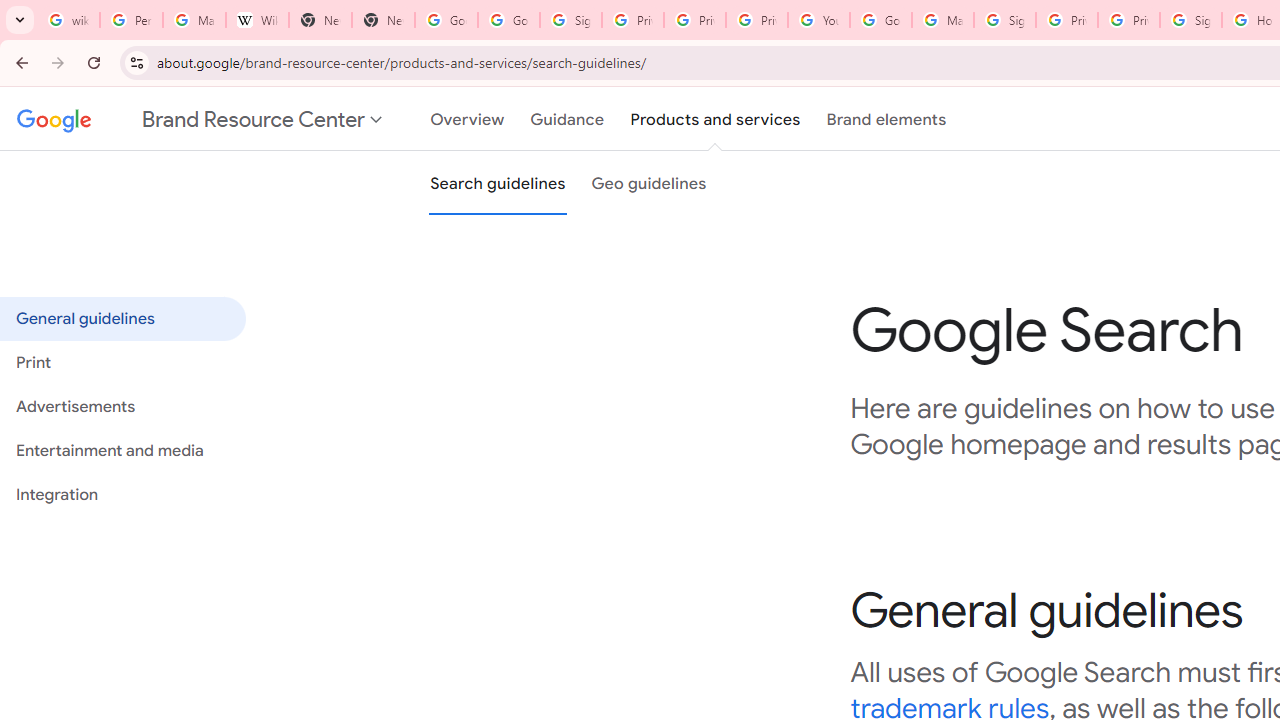  What do you see at coordinates (569, 20) in the screenshot?
I see `'Sign in - Google Accounts'` at bounding box center [569, 20].